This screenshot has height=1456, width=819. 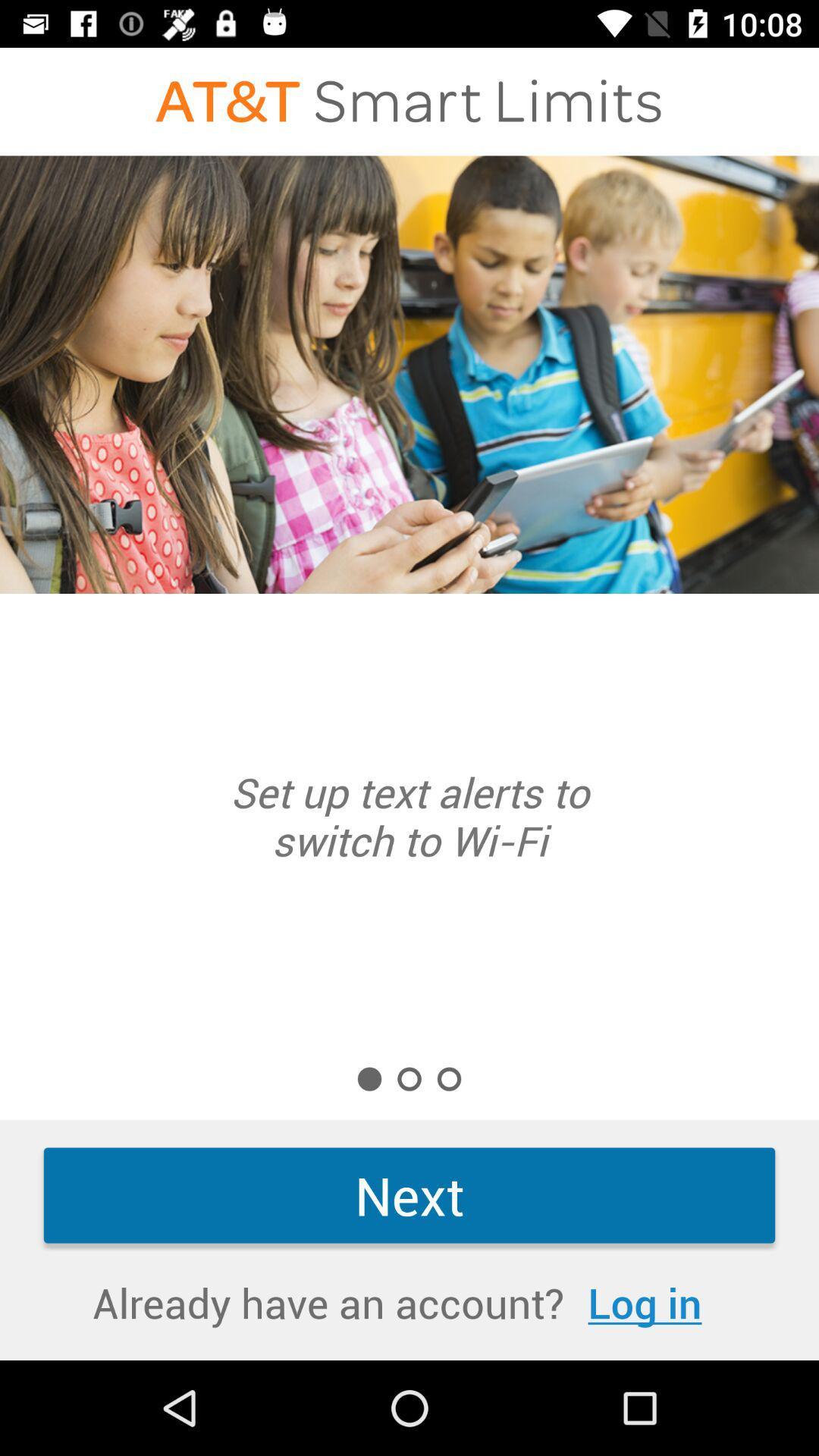 What do you see at coordinates (645, 1301) in the screenshot?
I see `icon next to already have an item` at bounding box center [645, 1301].